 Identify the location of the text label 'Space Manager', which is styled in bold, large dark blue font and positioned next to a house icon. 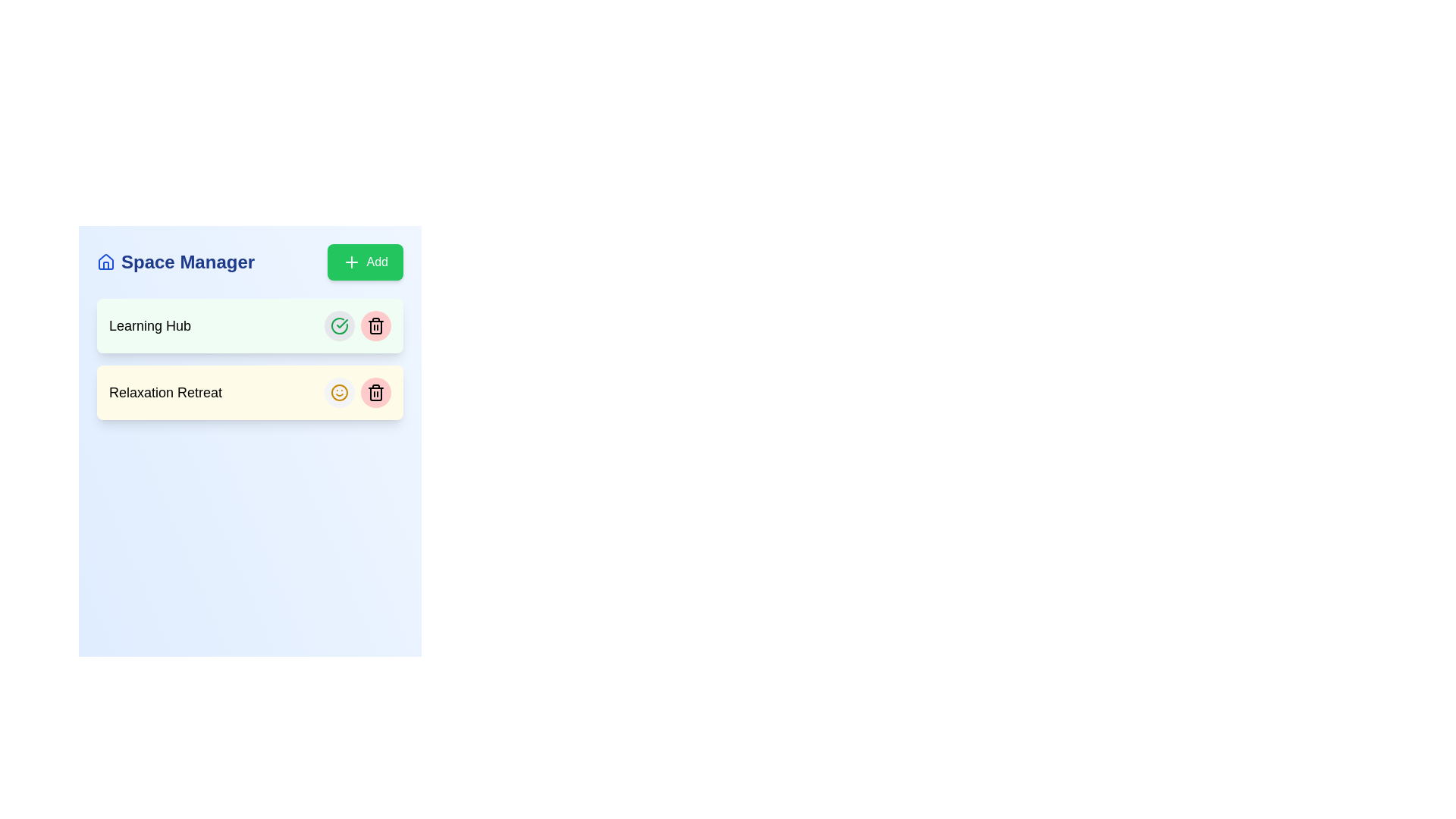
(187, 262).